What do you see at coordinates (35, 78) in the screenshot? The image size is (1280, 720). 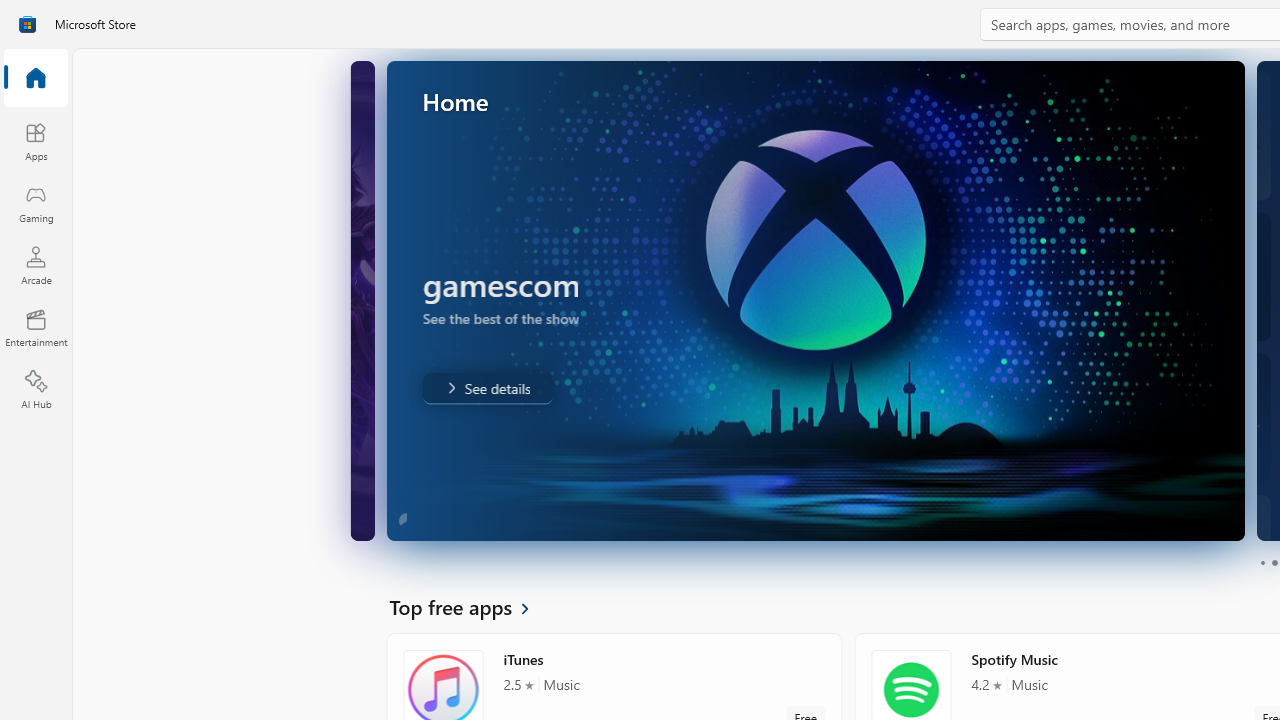 I see `'Home'` at bounding box center [35, 78].